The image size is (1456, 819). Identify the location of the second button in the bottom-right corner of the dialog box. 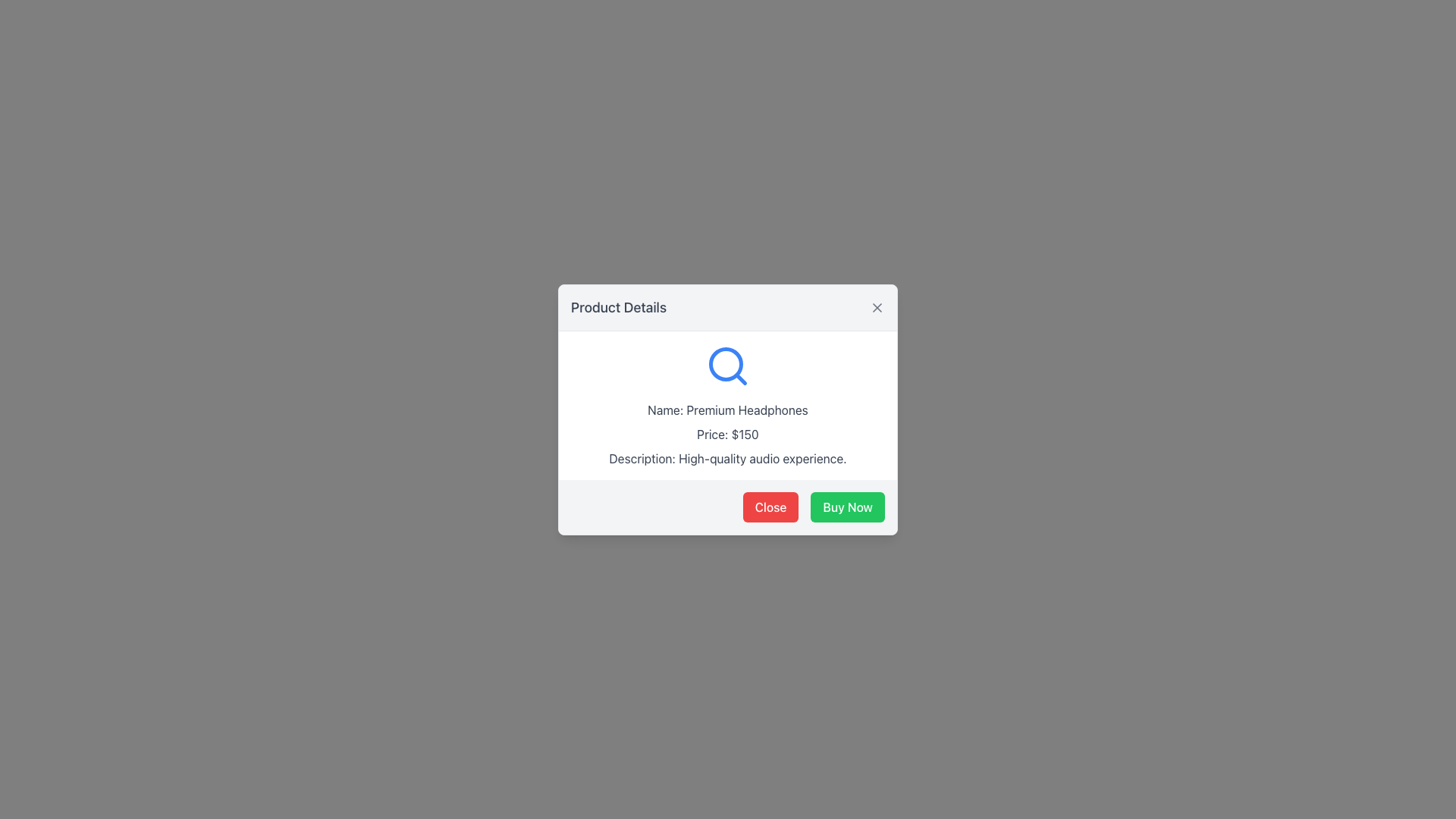
(847, 507).